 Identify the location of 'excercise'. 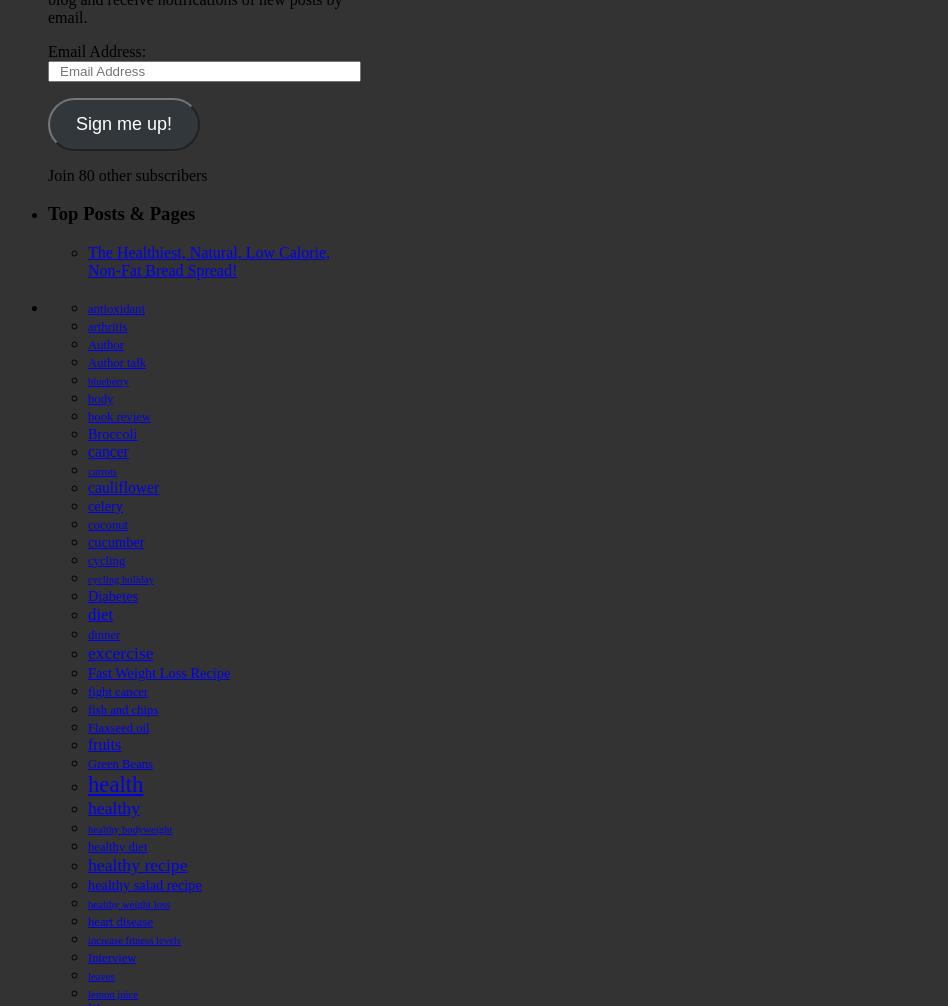
(119, 651).